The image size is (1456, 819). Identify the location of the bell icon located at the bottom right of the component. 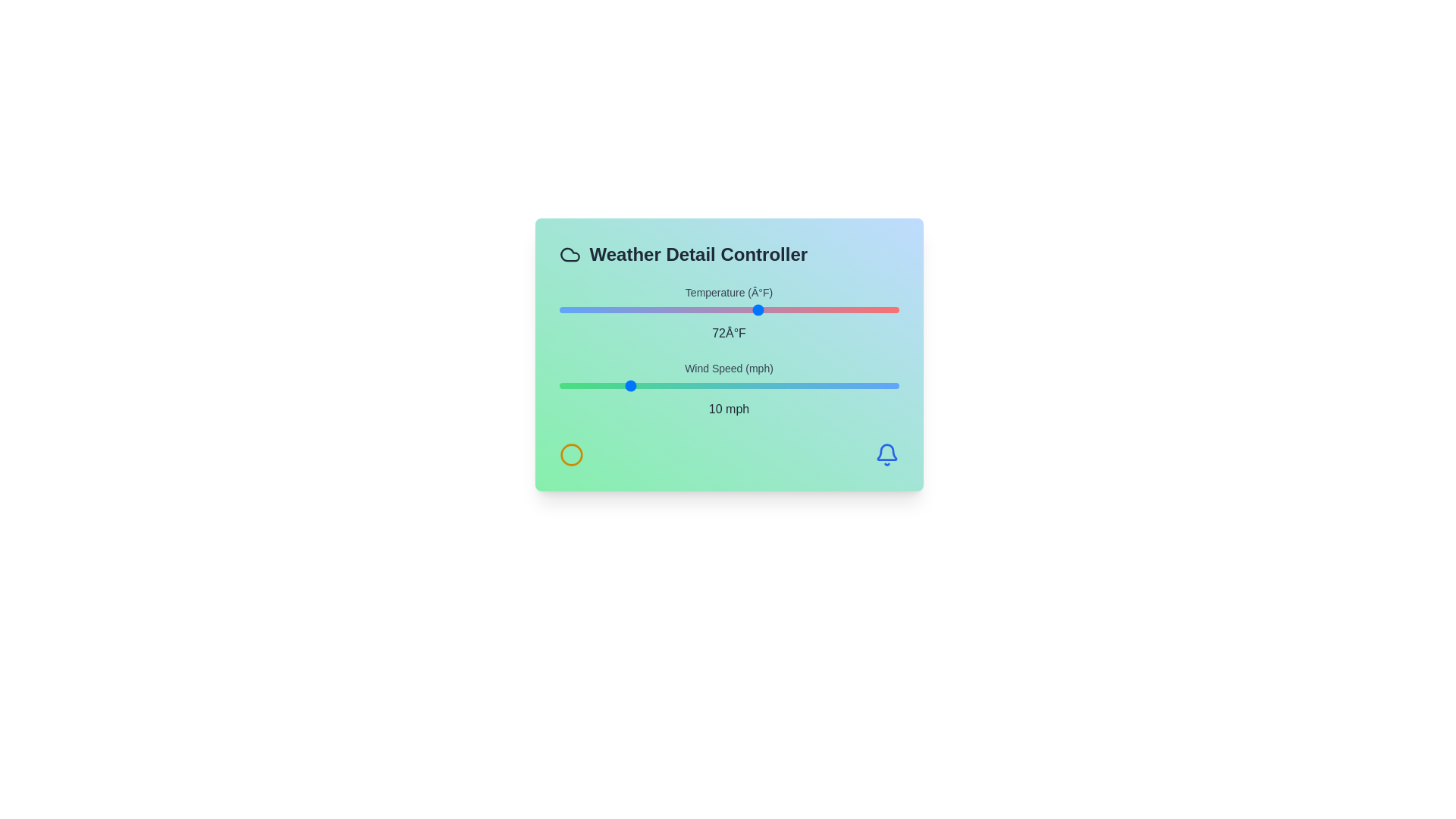
(886, 454).